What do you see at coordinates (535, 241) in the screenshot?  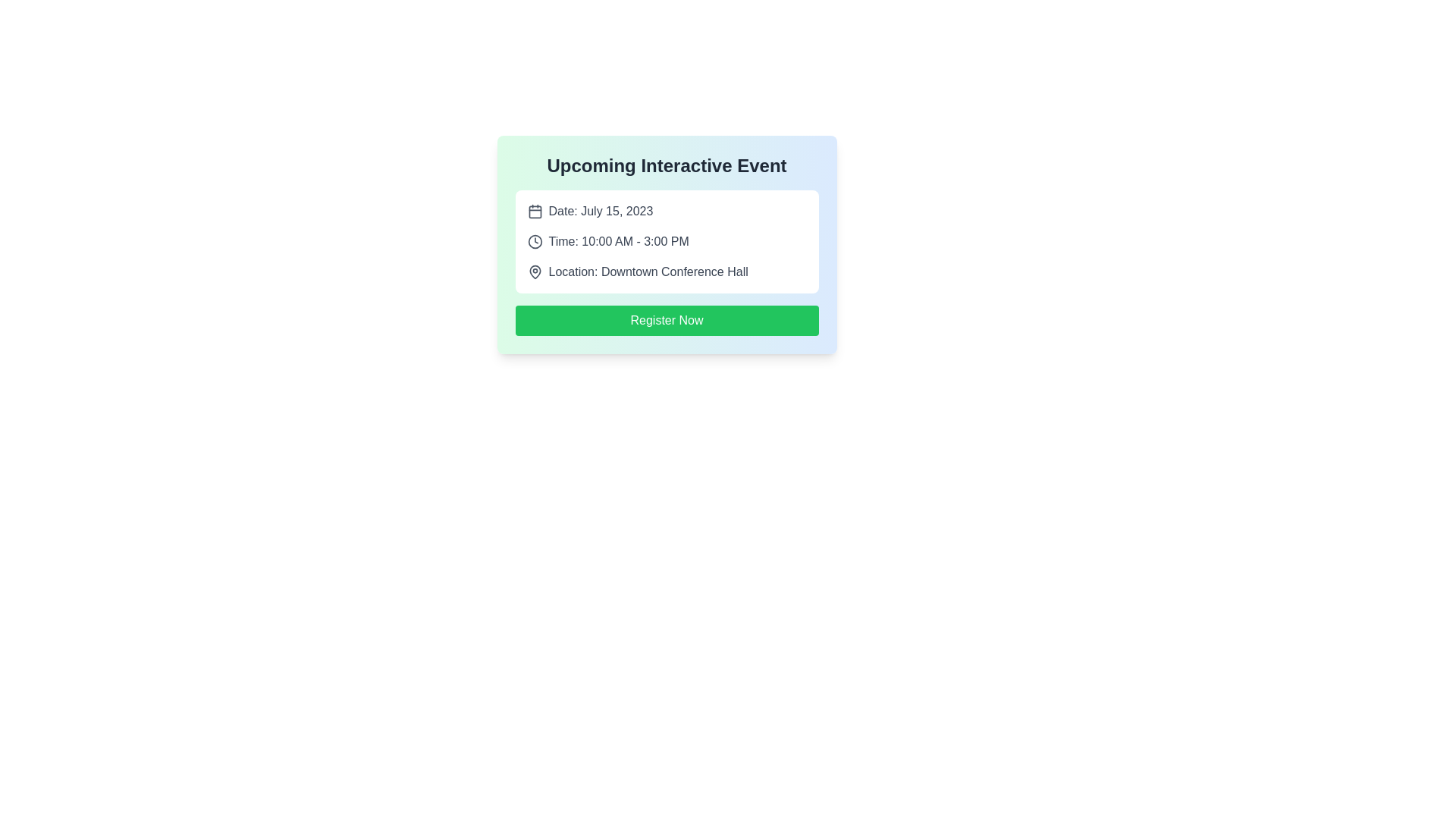 I see `the outer circular outline of the clock SVG icon, which is positioned left of the 'Time' label and adjacent to the time text` at bounding box center [535, 241].